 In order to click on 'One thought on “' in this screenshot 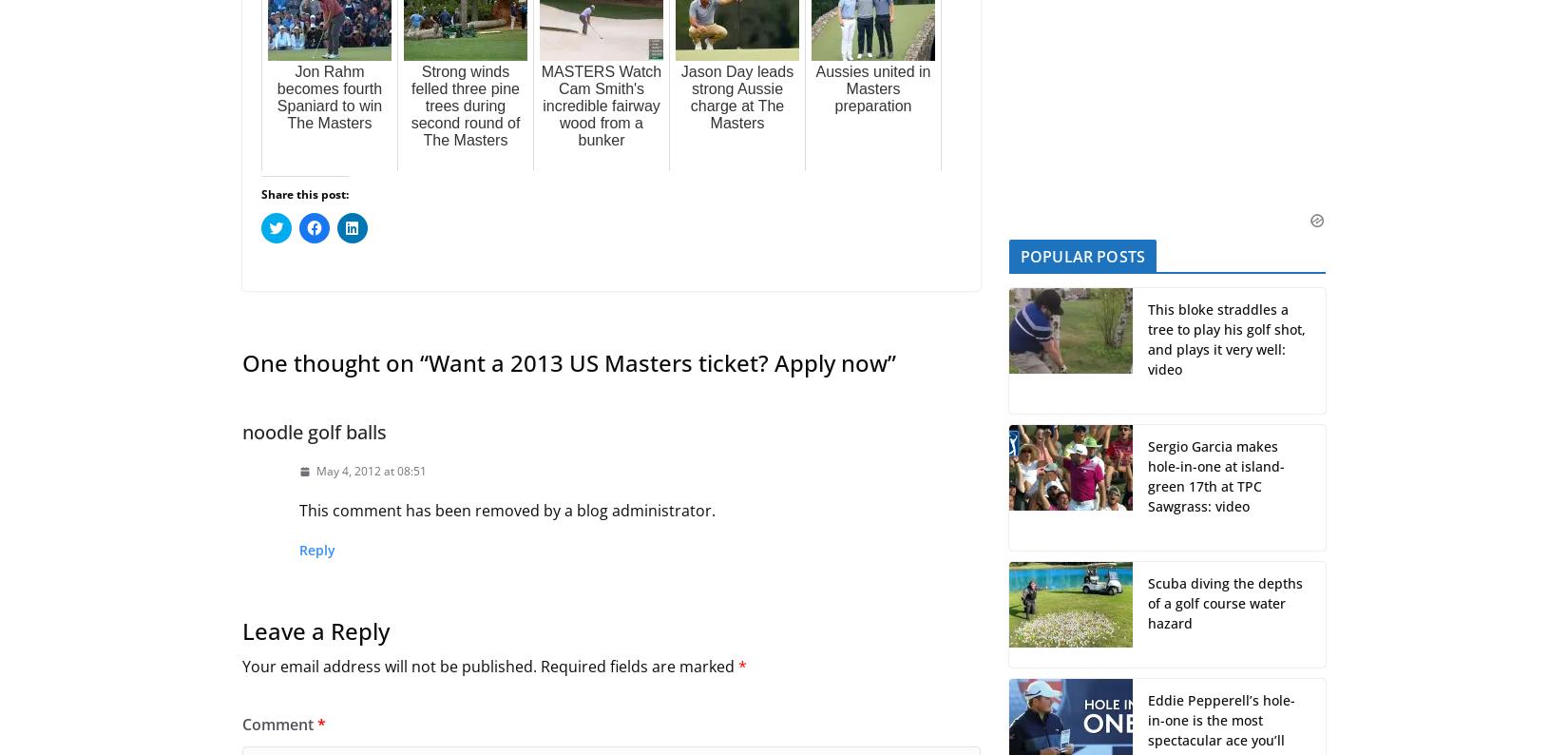, I will do `click(335, 362)`.